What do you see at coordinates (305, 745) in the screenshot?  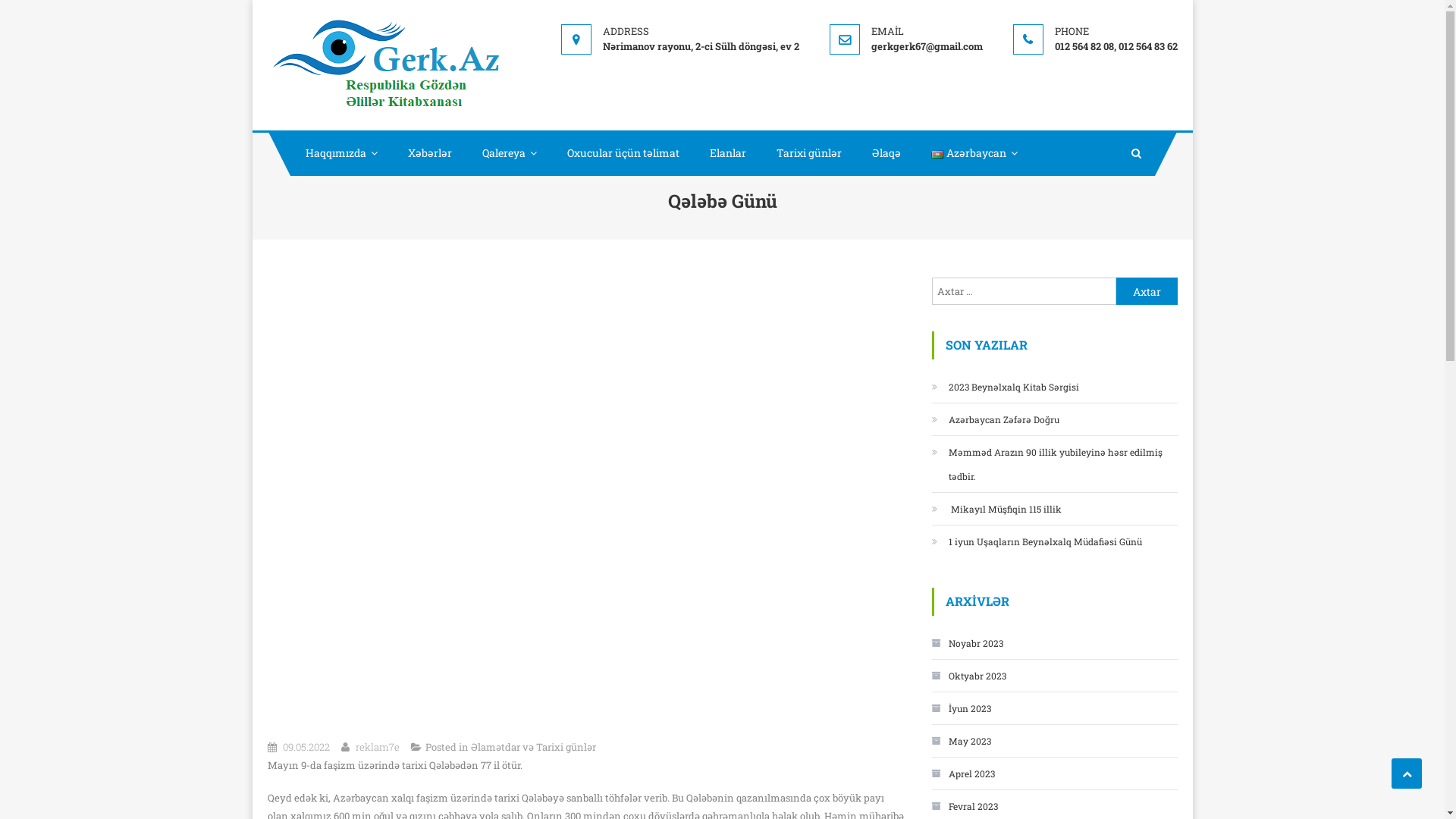 I see `'09.05.2022'` at bounding box center [305, 745].